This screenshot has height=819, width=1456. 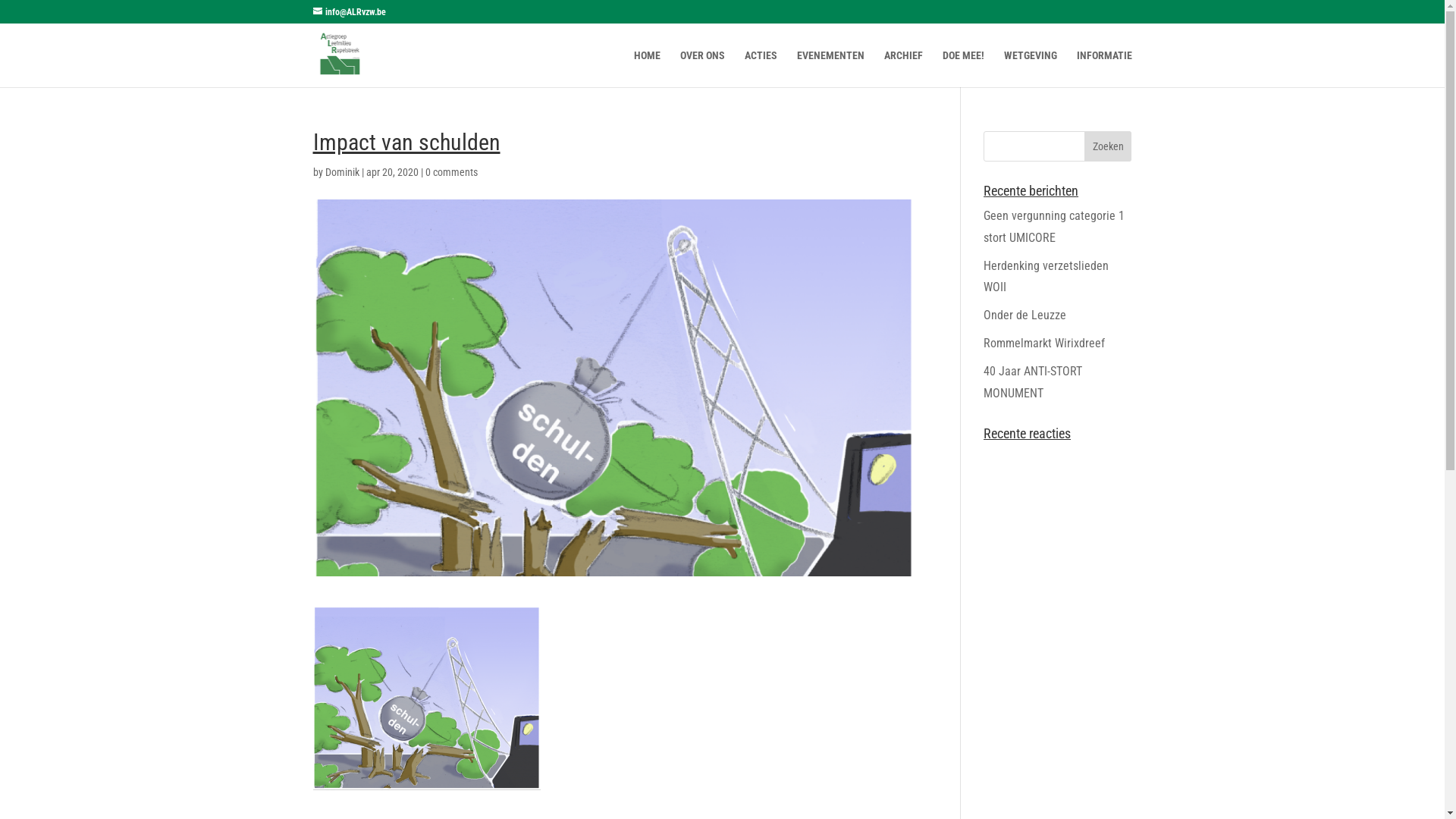 I want to click on '40 Jaar ANTI-STORT MONUMENT', so click(x=1032, y=381).